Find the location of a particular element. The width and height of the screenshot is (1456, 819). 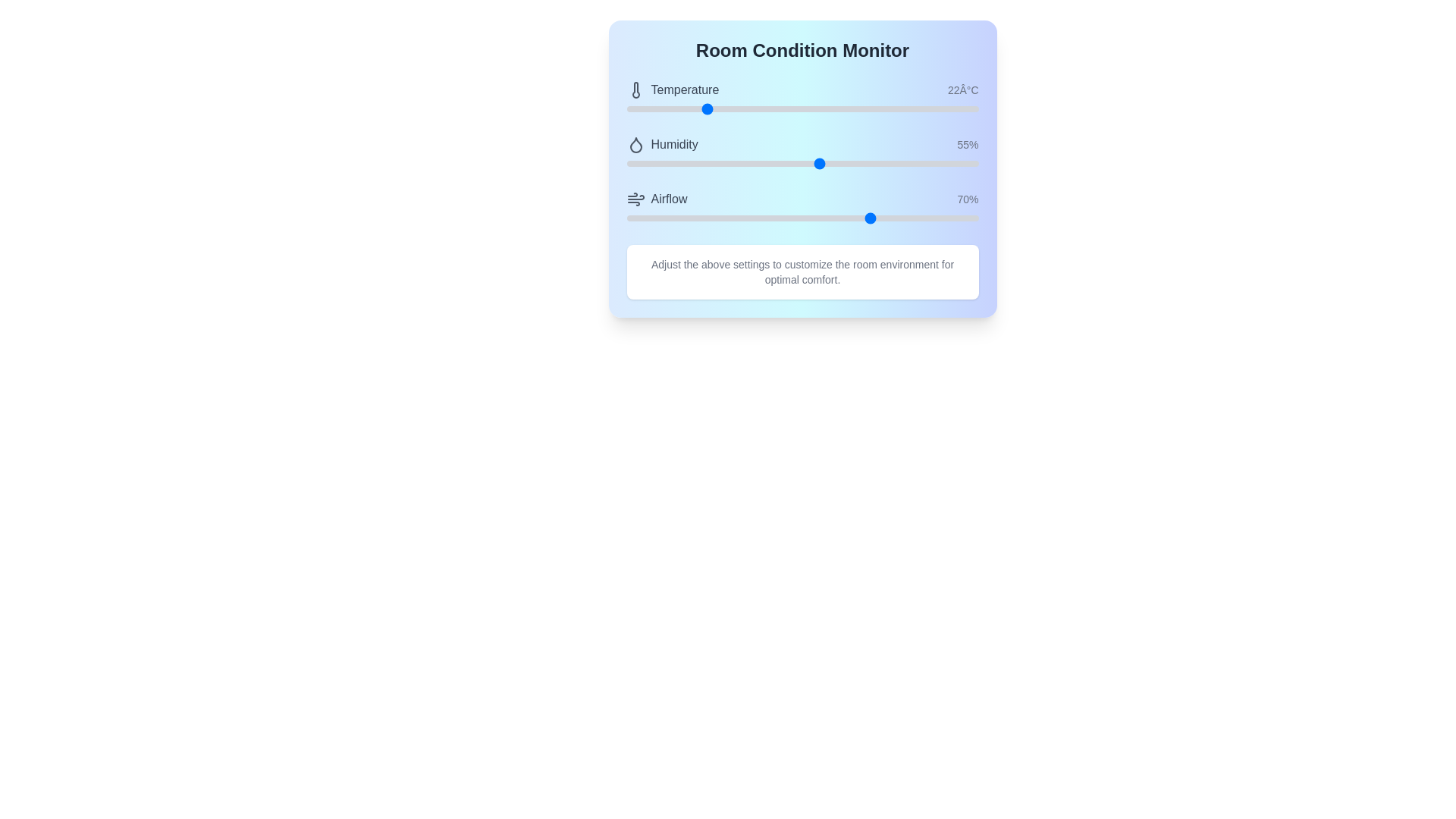

the decorative thermometer-shaped icon, which is gray-colored and located to the left of the 'Temperature' label in the interface is located at coordinates (635, 90).